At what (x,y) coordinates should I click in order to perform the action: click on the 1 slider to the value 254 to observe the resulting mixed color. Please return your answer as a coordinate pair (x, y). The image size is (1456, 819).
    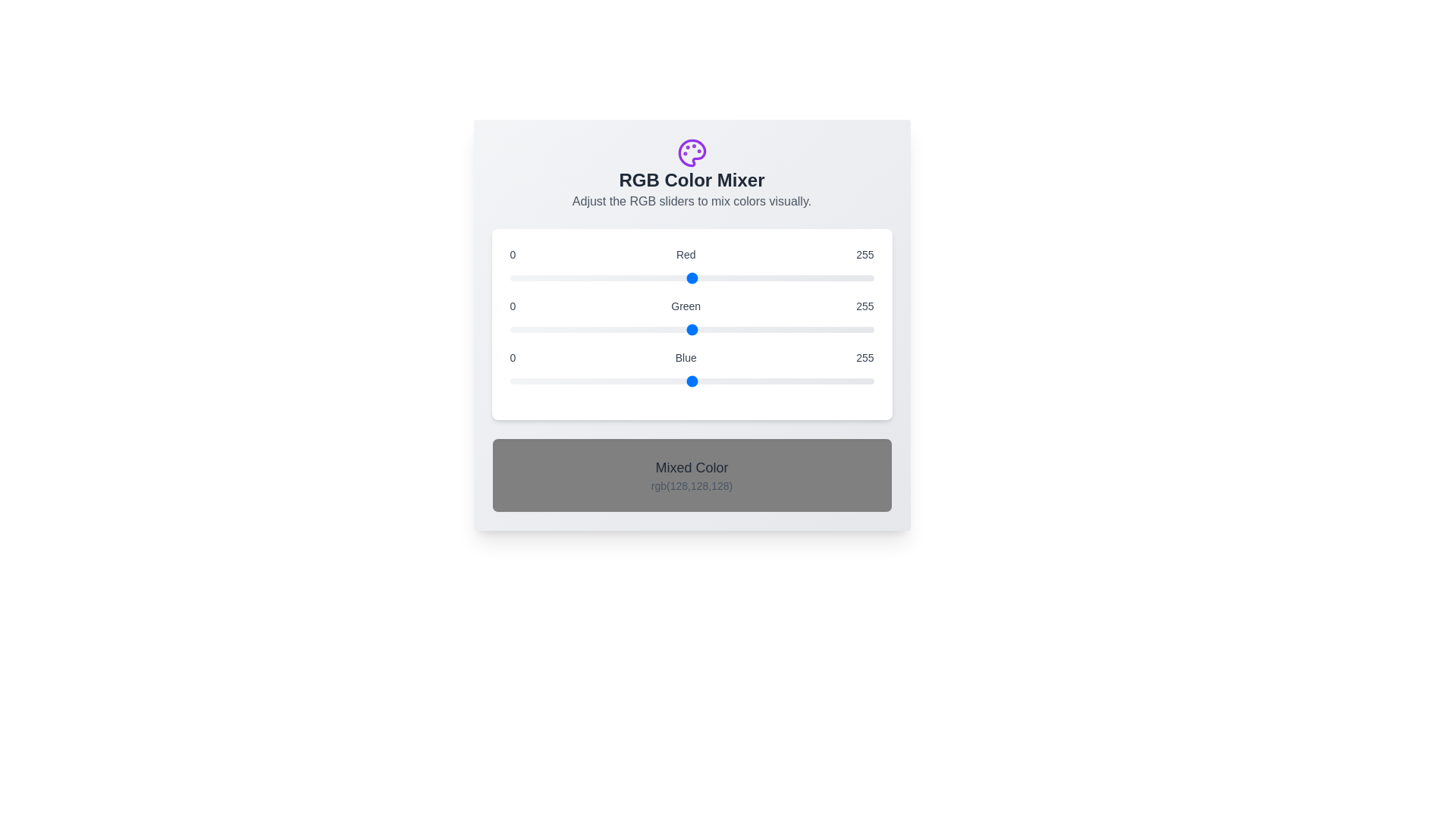
    Looking at the image, I should click on (691, 329).